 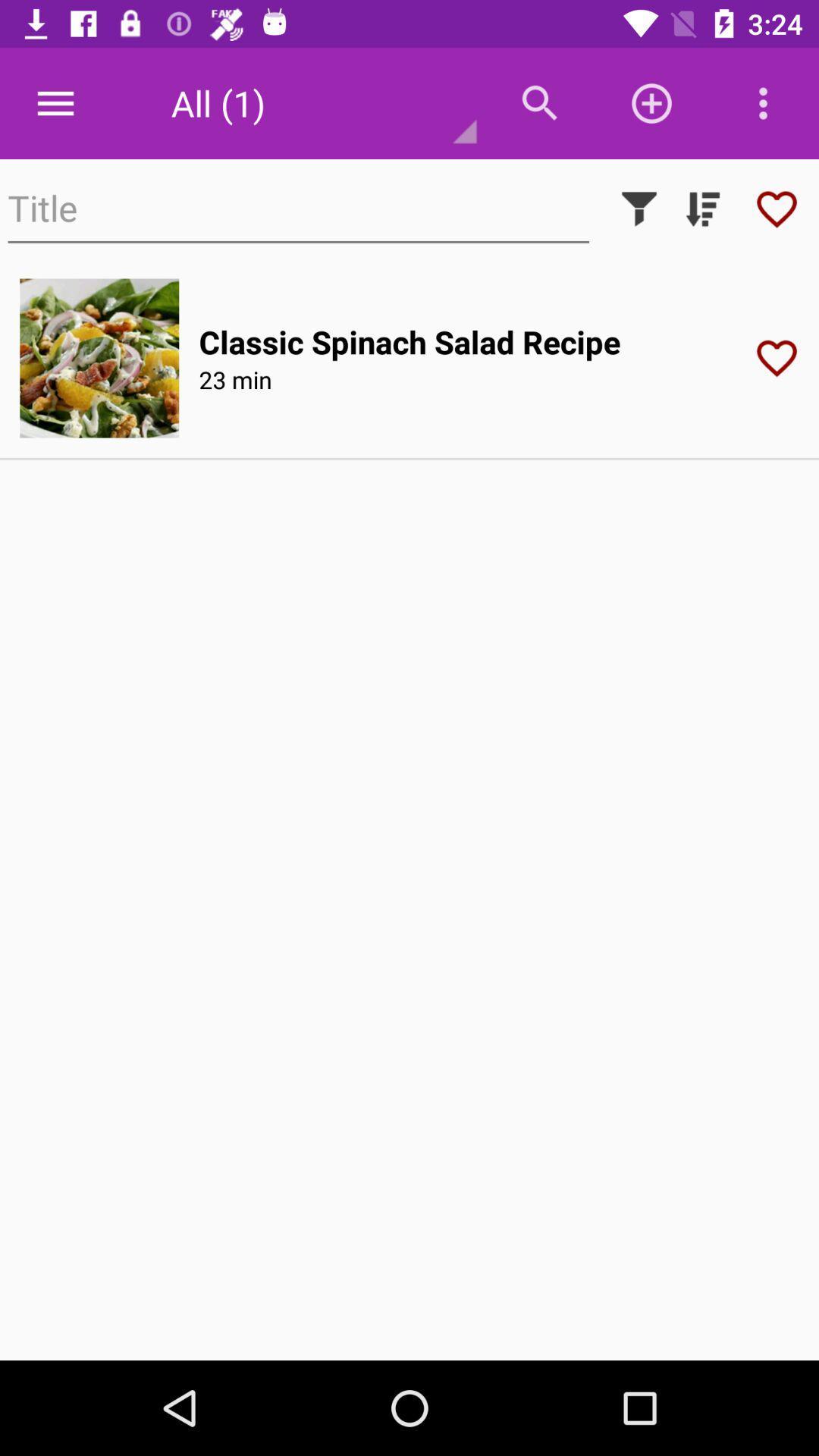 What do you see at coordinates (782, 357) in the screenshot?
I see `the icon which is beside the text classic spinach salad recipe` at bounding box center [782, 357].